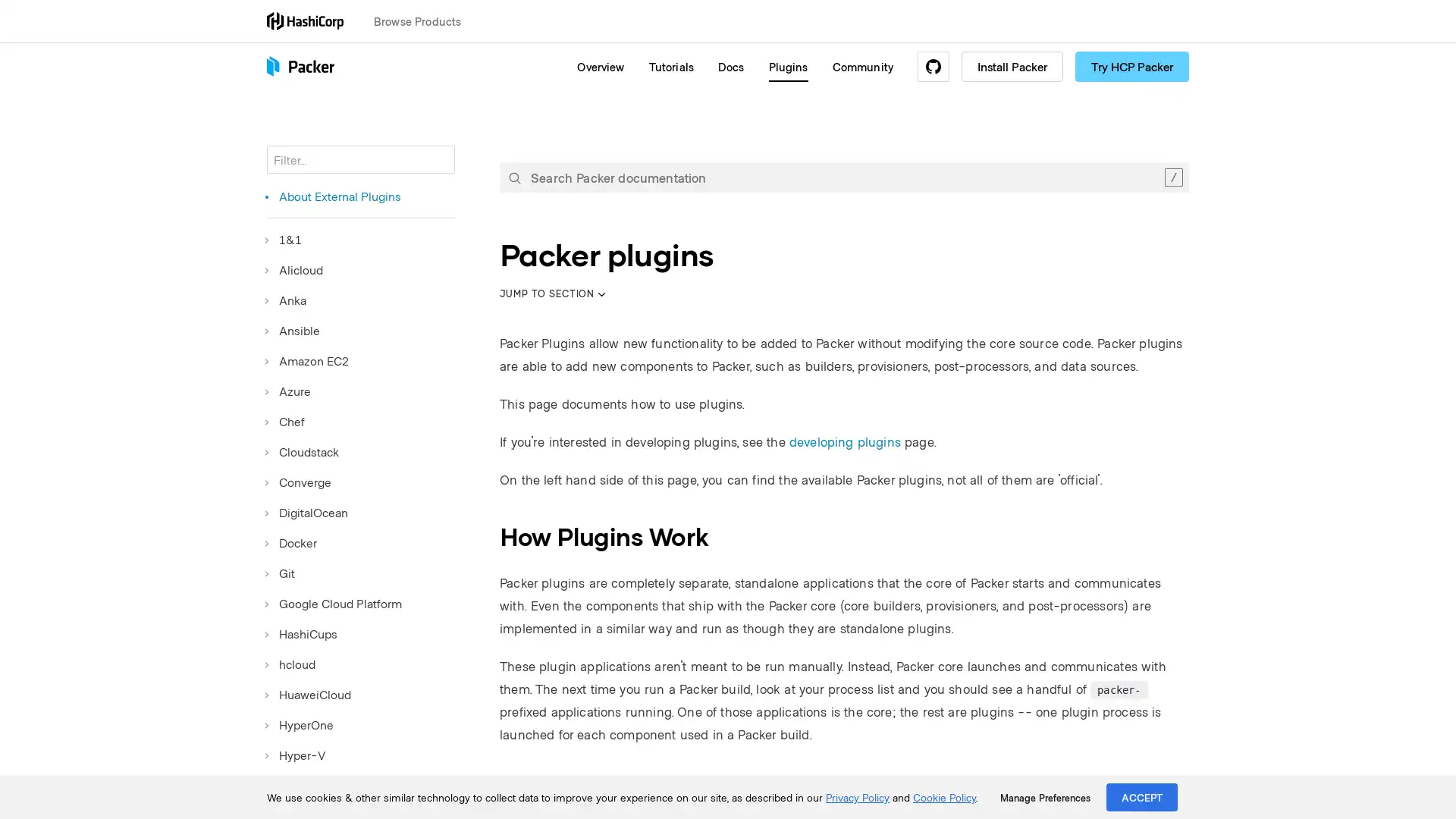  Describe the element at coordinates (1142, 796) in the screenshot. I see `ACCEPT` at that location.